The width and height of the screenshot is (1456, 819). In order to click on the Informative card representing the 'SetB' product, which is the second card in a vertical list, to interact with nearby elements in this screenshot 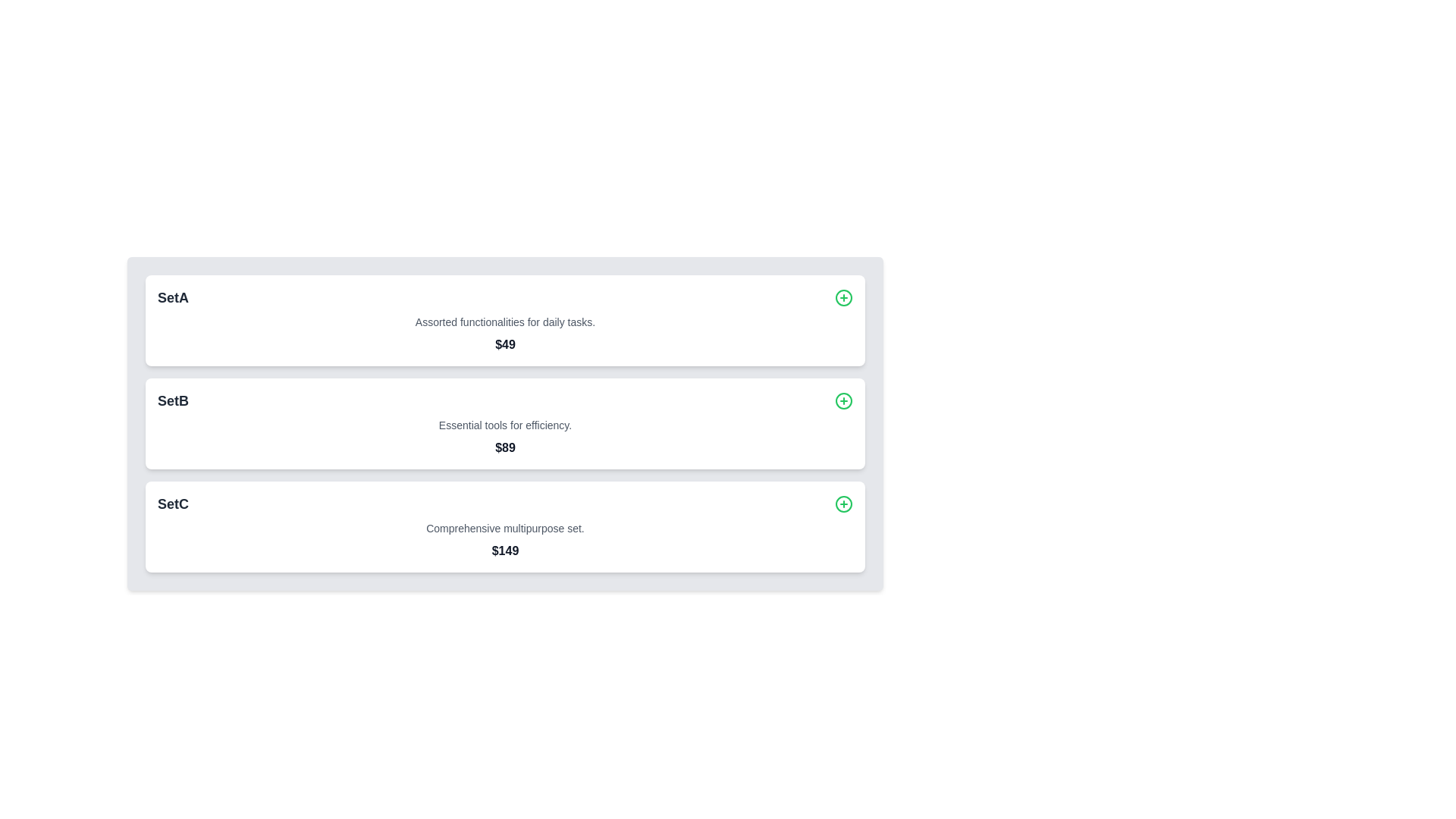, I will do `click(505, 424)`.